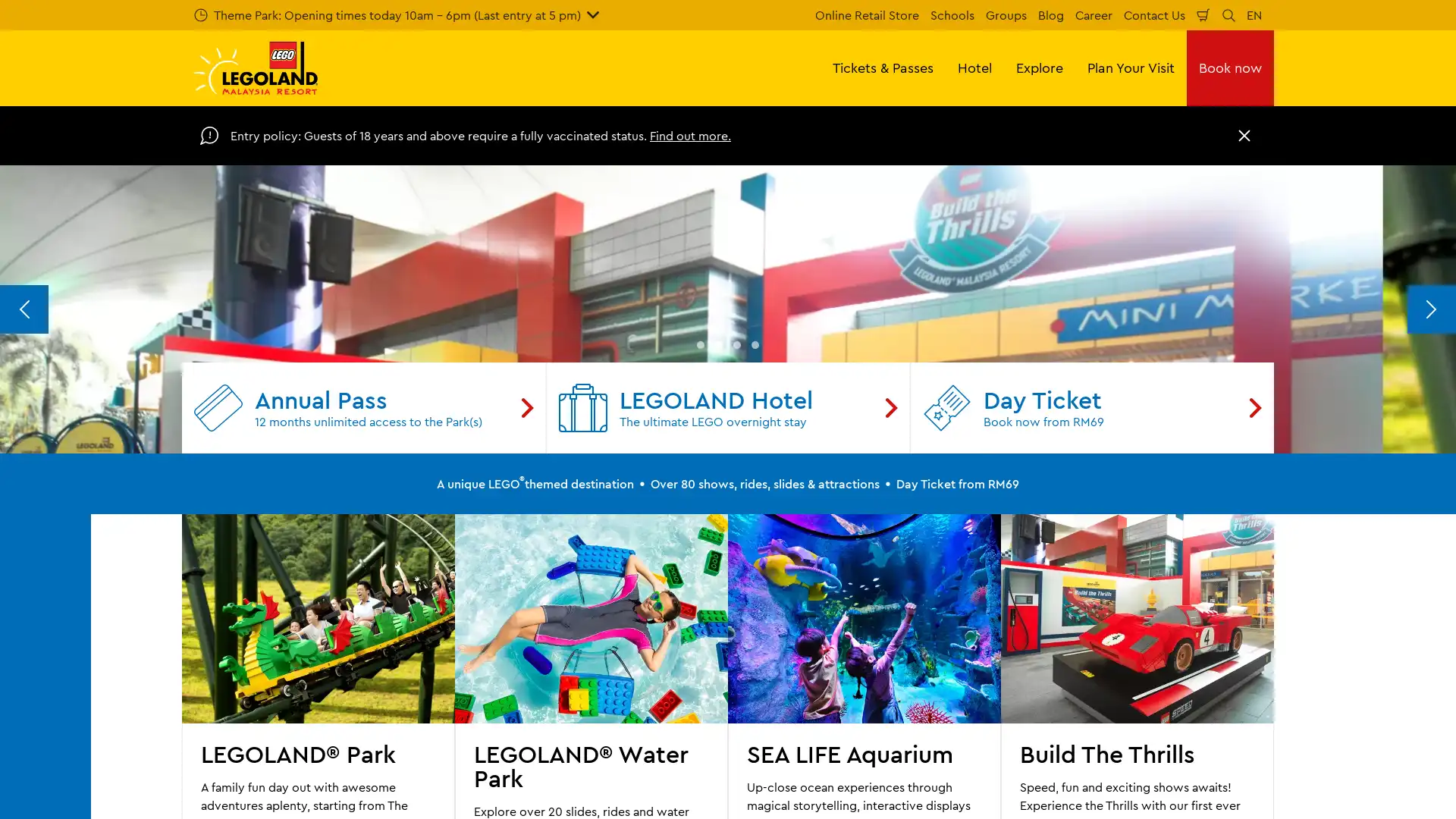 The height and width of the screenshot is (819, 1456). What do you see at coordinates (397, 14) in the screenshot?
I see `Theme Park: Opening times today 10am - 6pm (Last entry at 5 pm)` at bounding box center [397, 14].